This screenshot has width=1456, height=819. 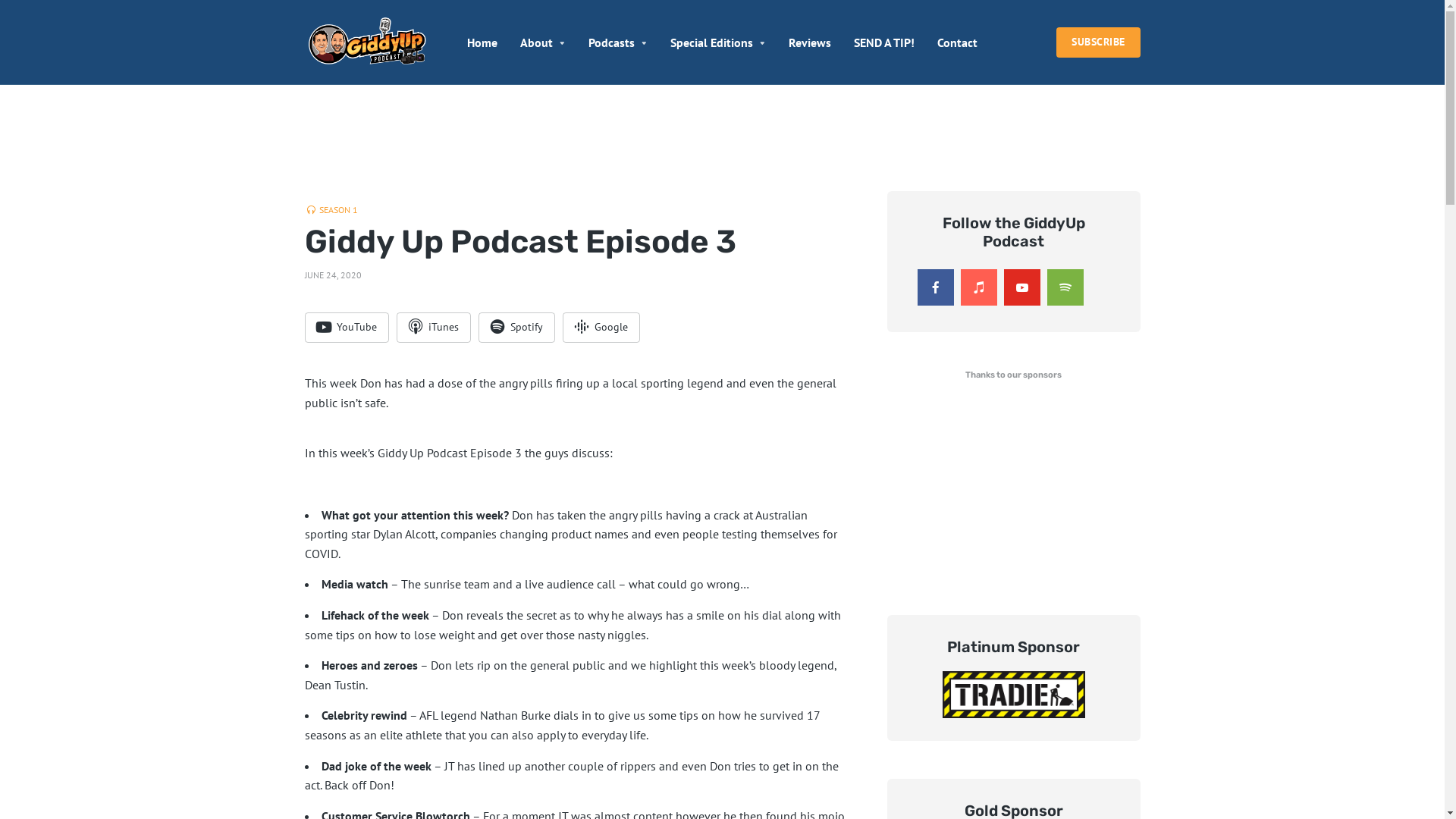 I want to click on 'spotify', so click(x=1063, y=287).